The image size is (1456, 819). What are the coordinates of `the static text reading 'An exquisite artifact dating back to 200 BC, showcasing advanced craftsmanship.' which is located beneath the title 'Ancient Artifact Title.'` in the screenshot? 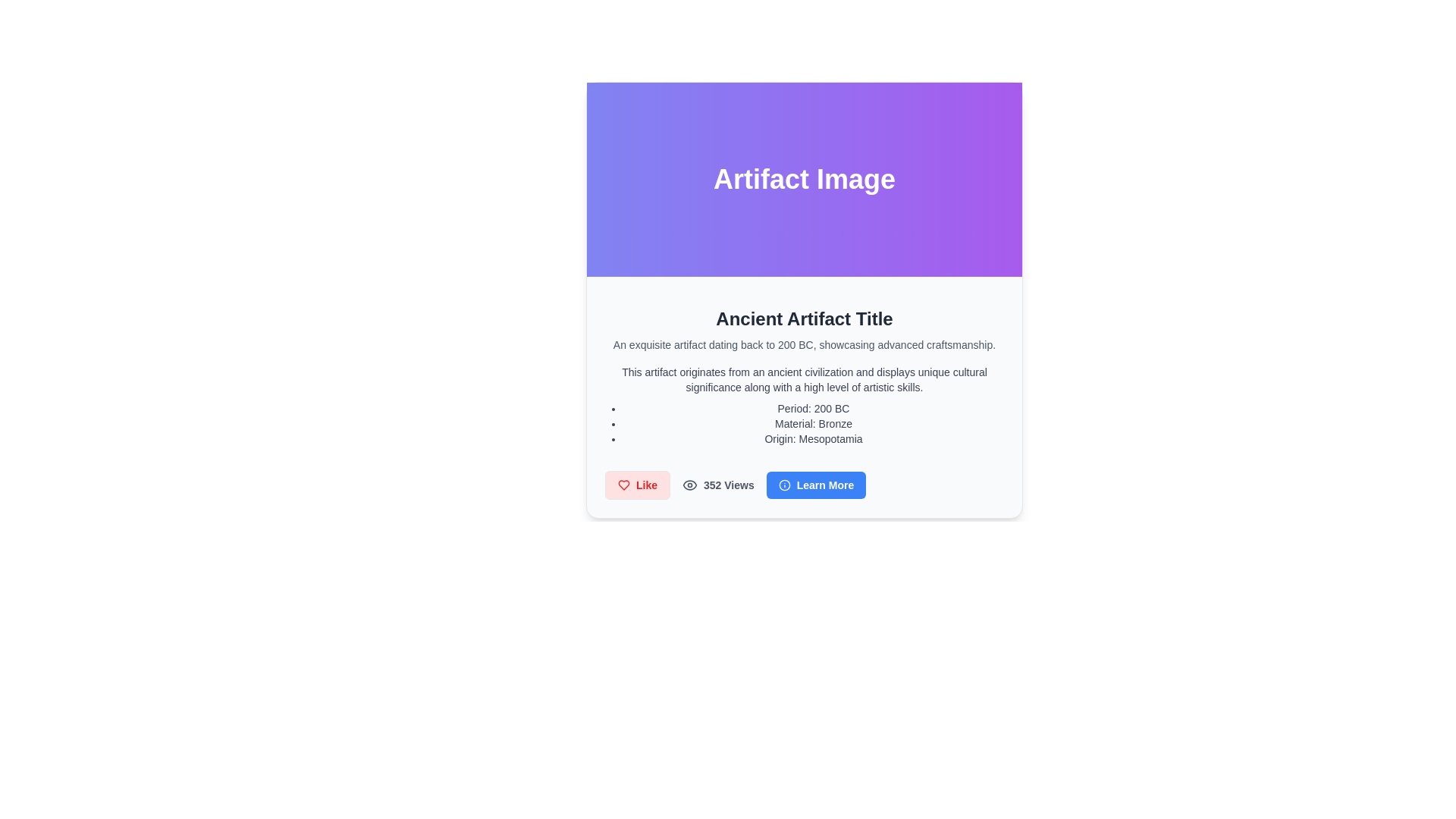 It's located at (803, 345).